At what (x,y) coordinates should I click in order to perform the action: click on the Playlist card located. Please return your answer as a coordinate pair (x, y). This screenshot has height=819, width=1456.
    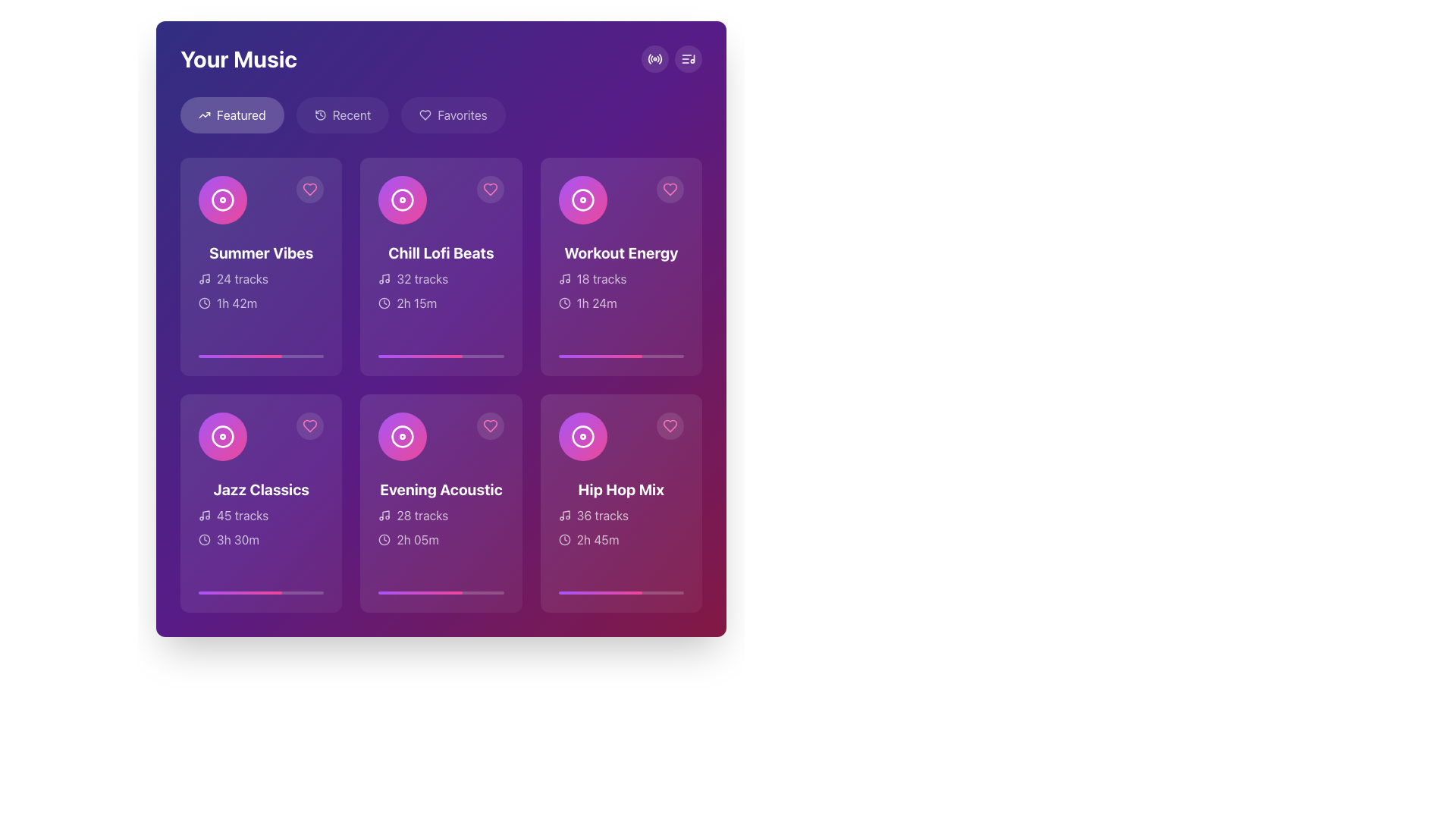
    Looking at the image, I should click on (261, 265).